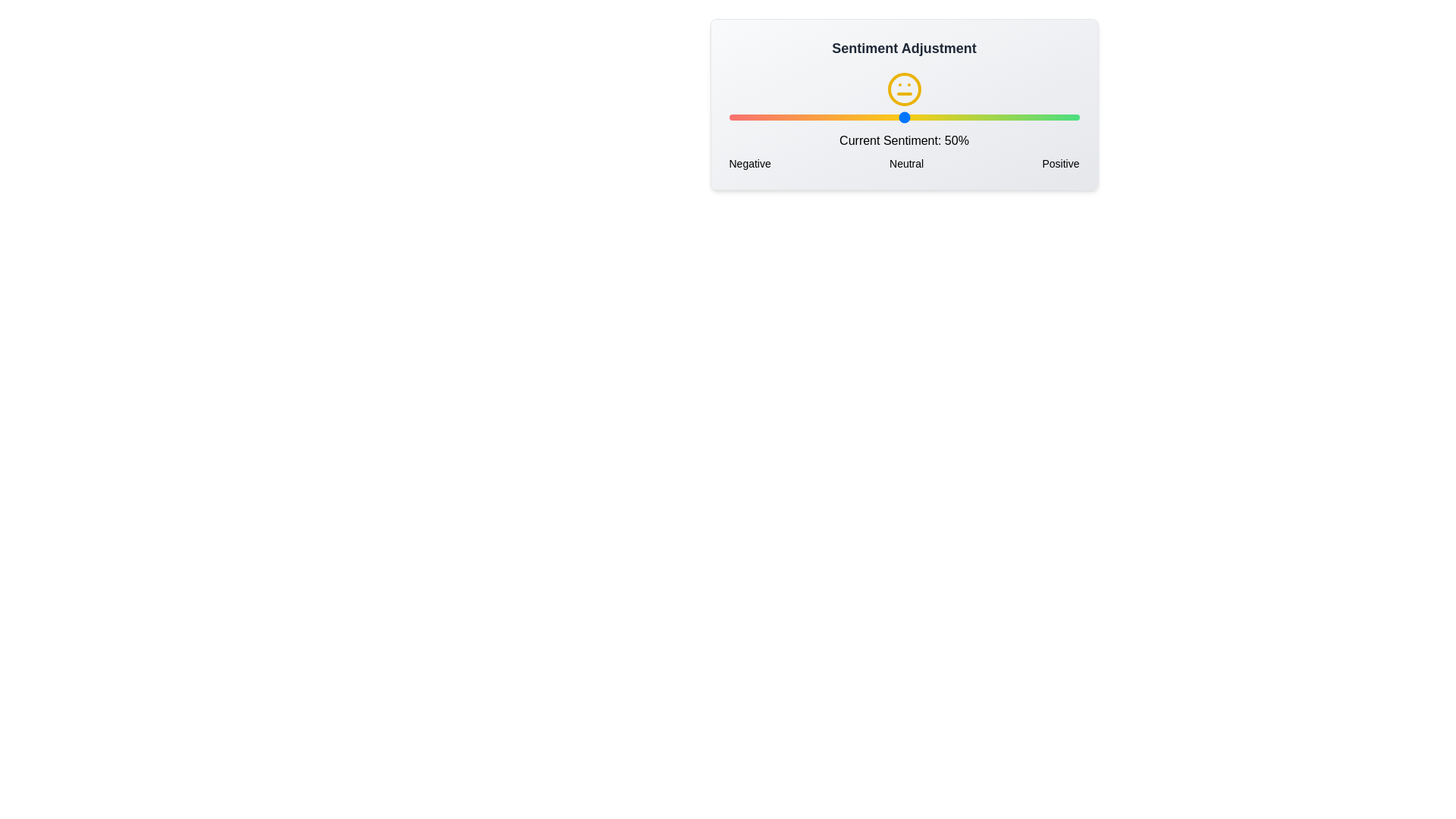 The width and height of the screenshot is (1456, 819). Describe the element at coordinates (802, 116) in the screenshot. I see `the sentiment slider to 21% to observe the corresponding sentiment icon` at that location.